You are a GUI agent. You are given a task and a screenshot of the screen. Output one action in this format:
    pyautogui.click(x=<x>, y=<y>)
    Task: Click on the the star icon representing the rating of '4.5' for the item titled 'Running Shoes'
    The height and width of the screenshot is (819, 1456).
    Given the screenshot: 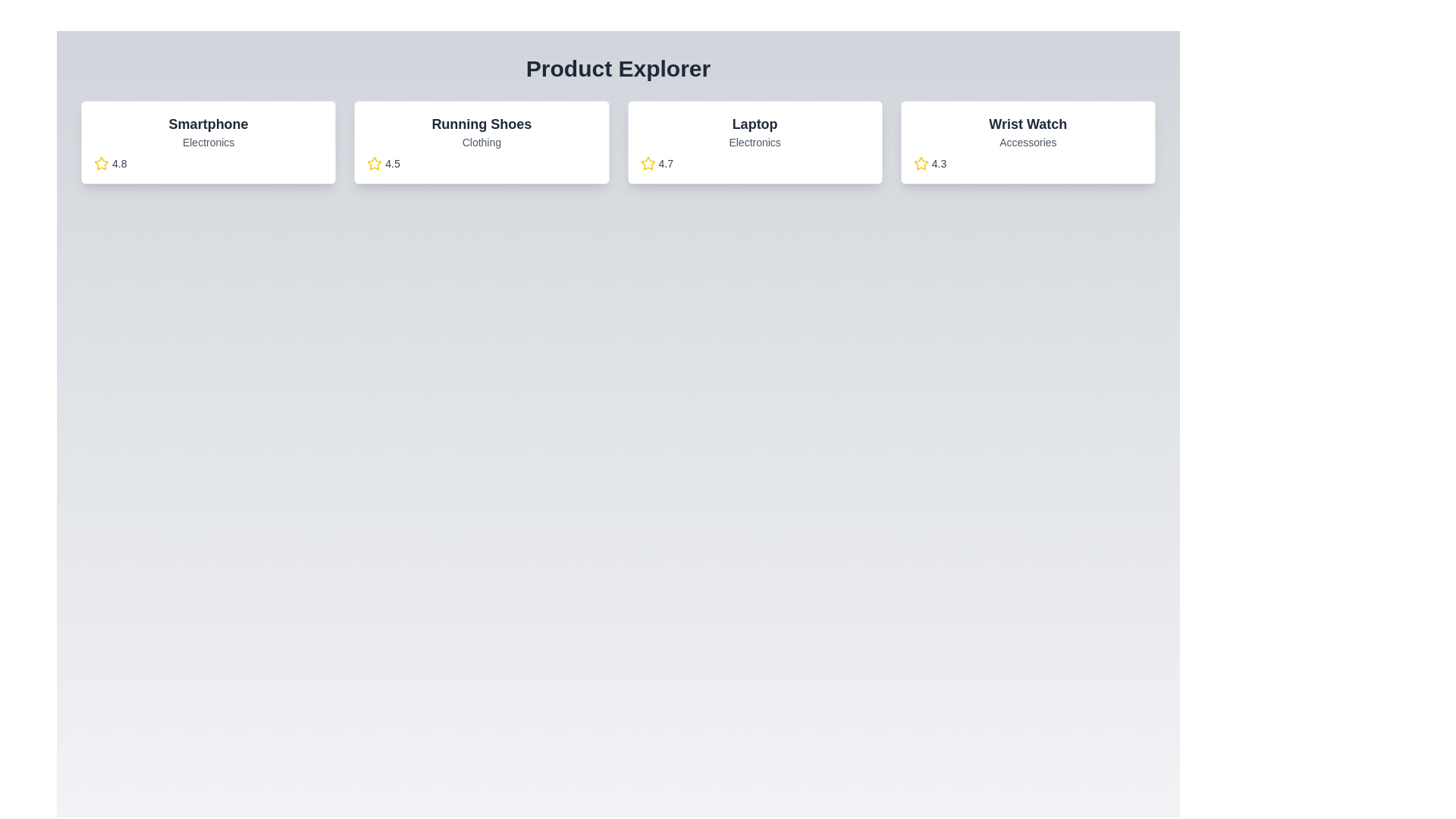 What is the action you would take?
    pyautogui.click(x=375, y=163)
    